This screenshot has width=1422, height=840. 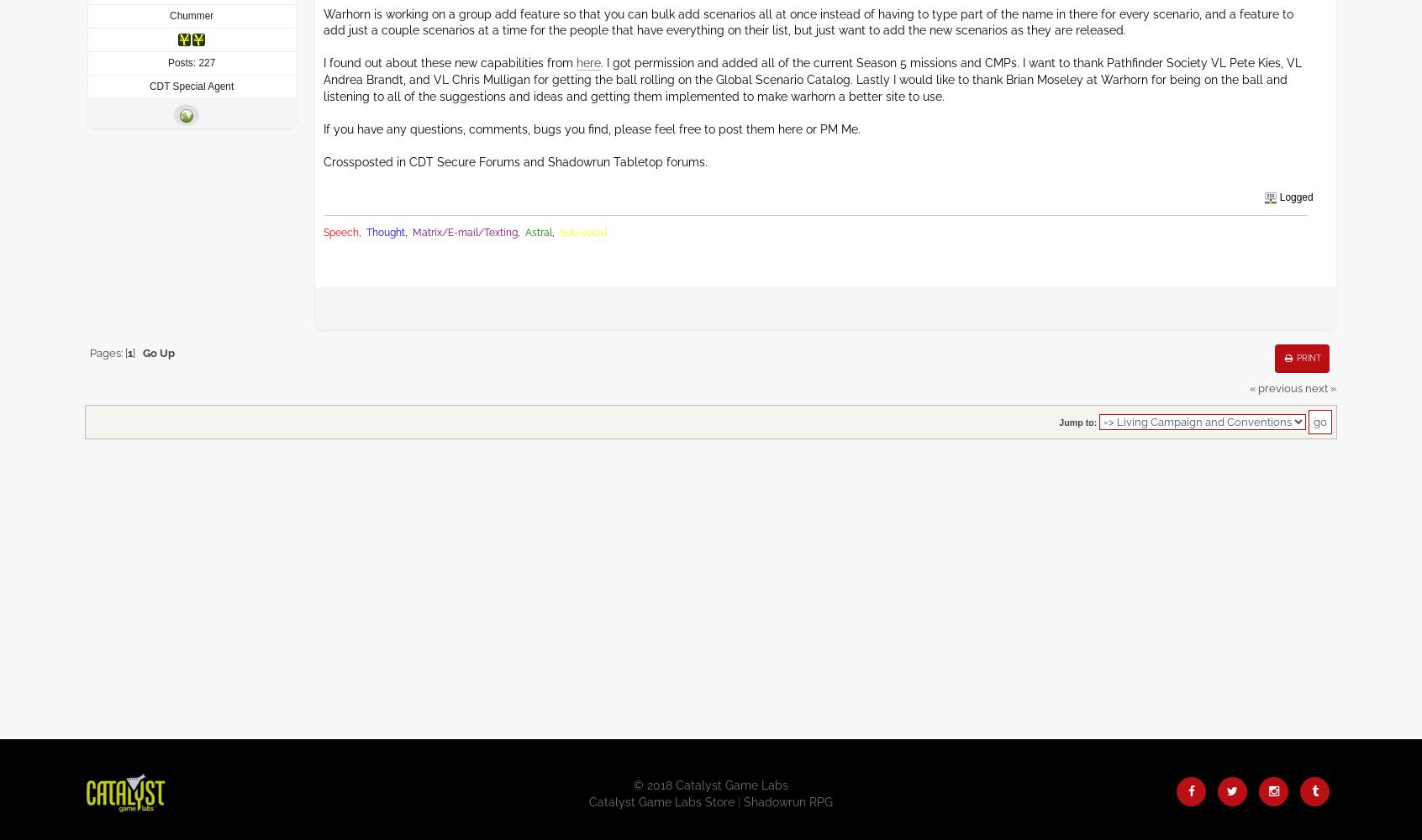 I want to click on 'Jump to:', so click(x=1077, y=422).